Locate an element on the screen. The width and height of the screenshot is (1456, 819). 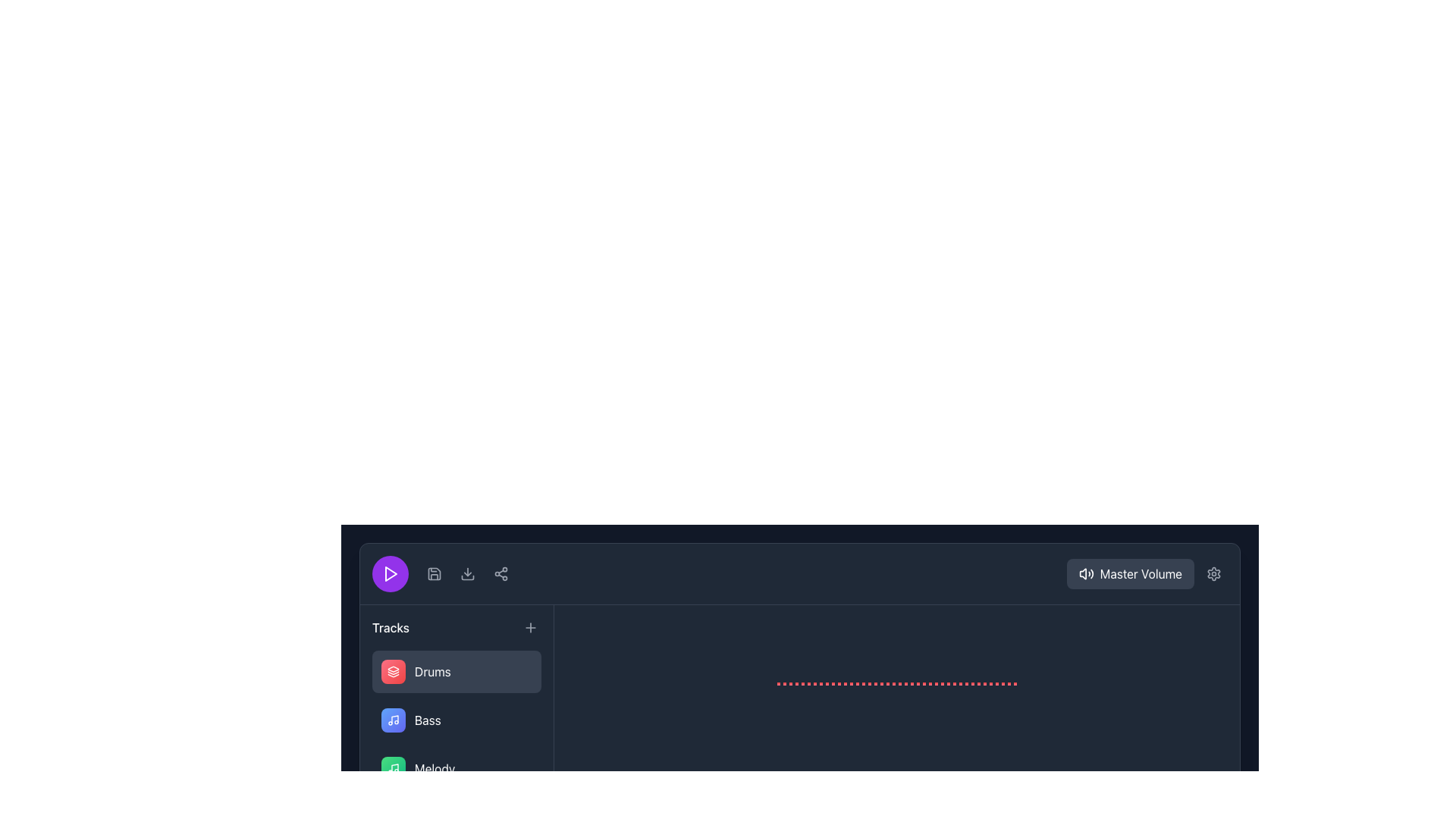
the share icon button, which features three interlinked circles with connecting lines and is located in the top navigation bar to the right of the main play button is located at coordinates (501, 573).